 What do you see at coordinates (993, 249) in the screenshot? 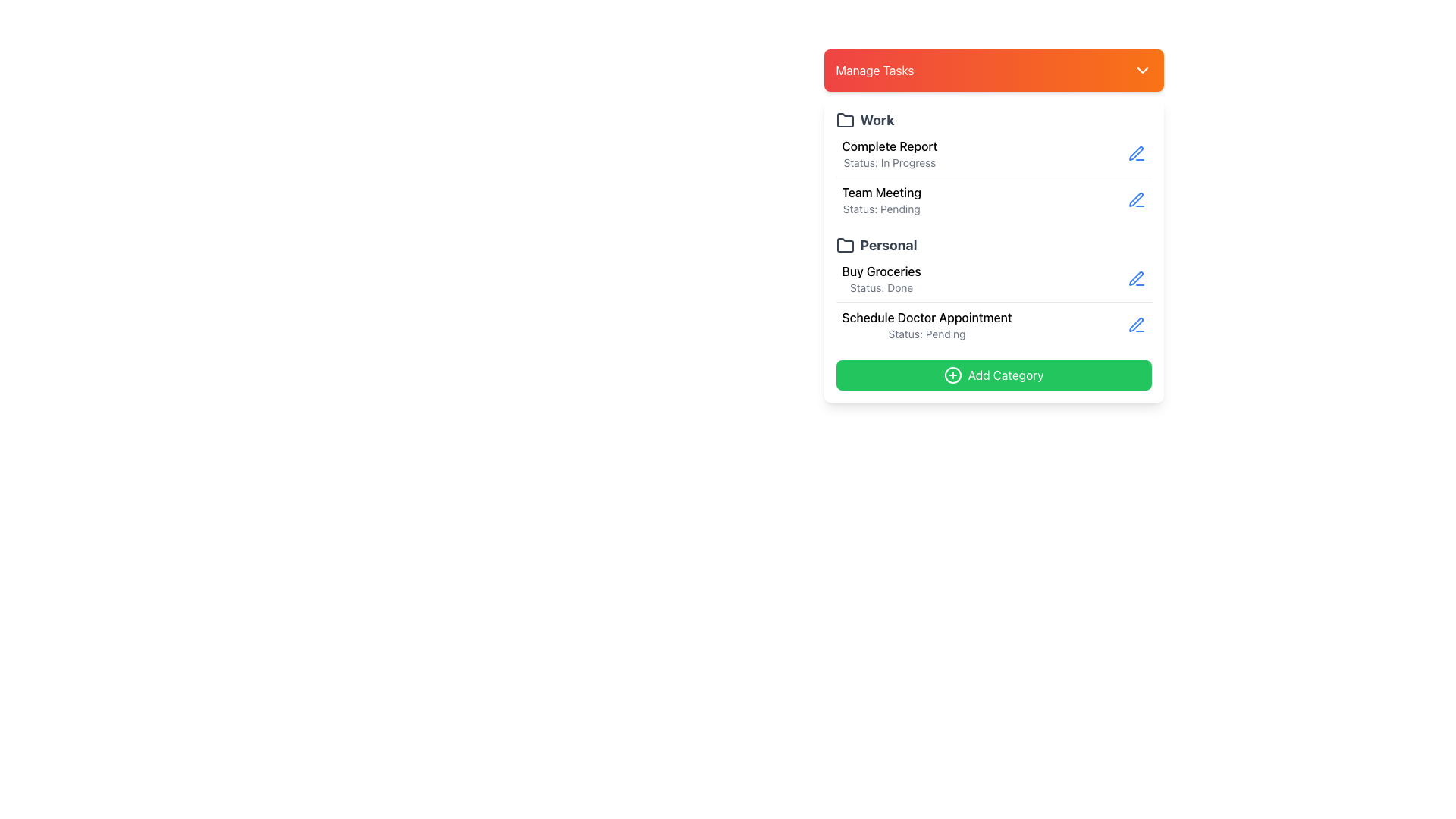
I see `task titles and statuses from the 'Personal' categorized task list section, which is the third section in the list located below the 'Work' section` at bounding box center [993, 249].